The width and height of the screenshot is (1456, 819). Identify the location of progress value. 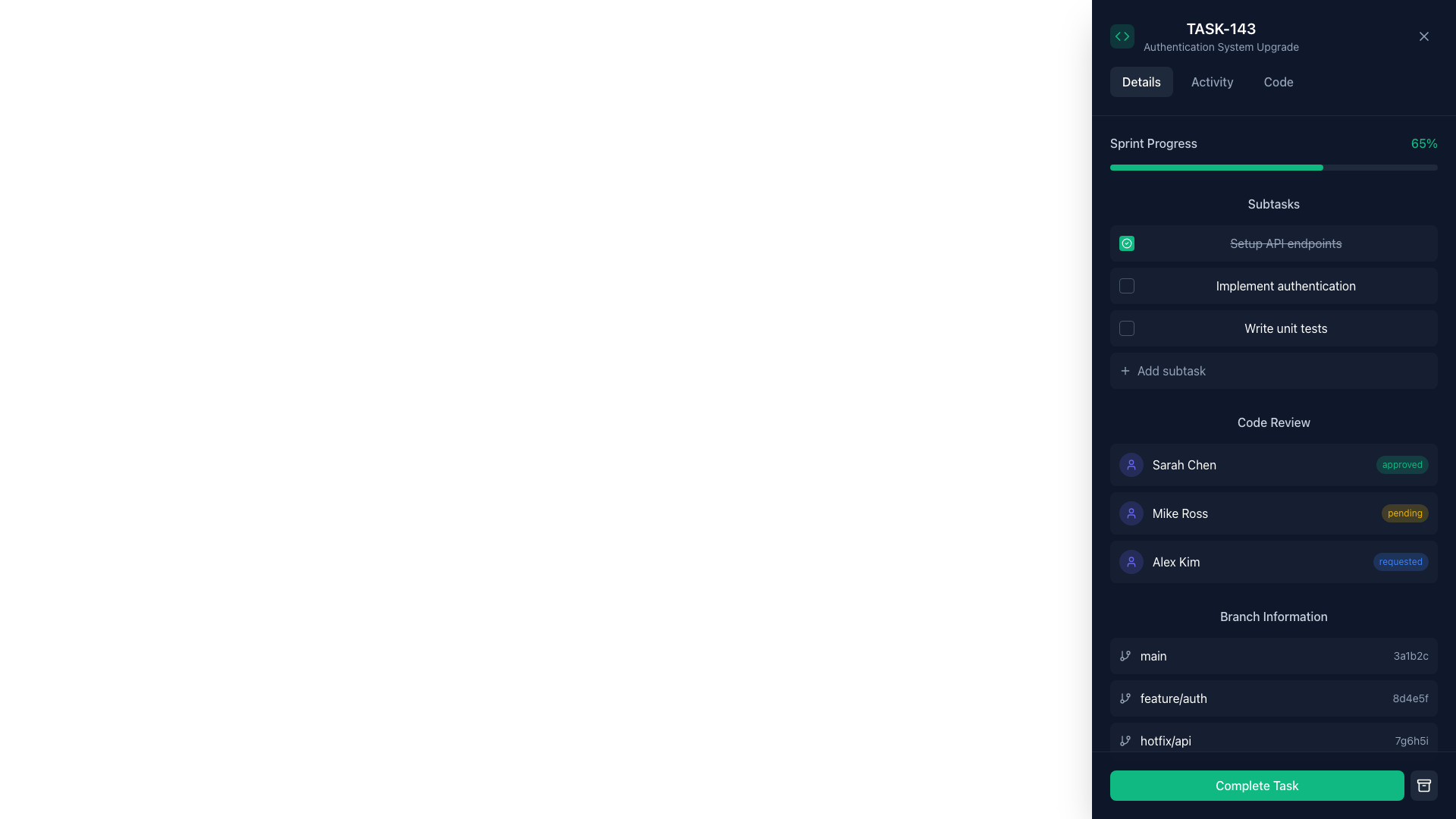
(1204, 167).